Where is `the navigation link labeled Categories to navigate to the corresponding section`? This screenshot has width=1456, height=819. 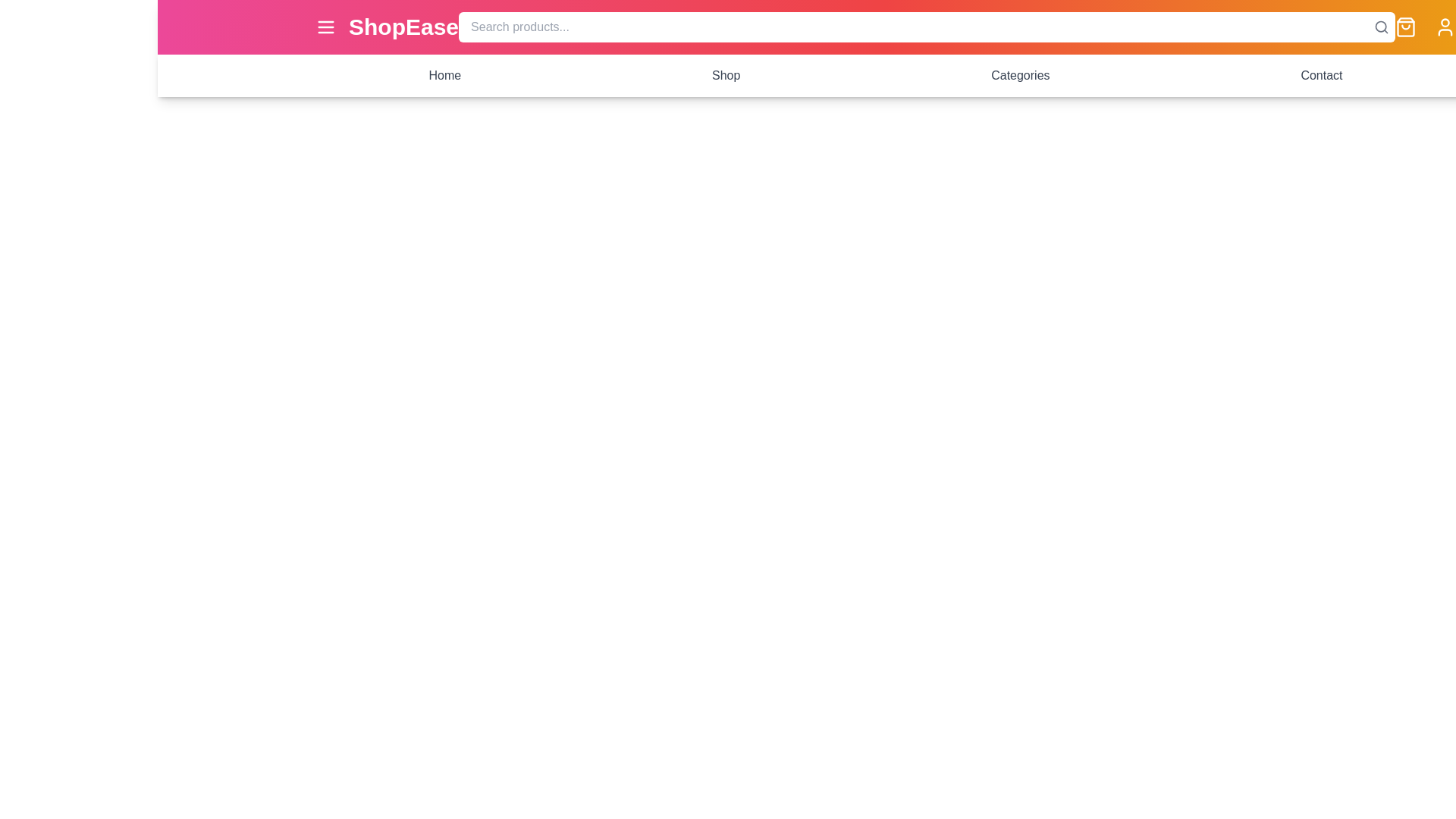 the navigation link labeled Categories to navigate to the corresponding section is located at coordinates (1020, 76).